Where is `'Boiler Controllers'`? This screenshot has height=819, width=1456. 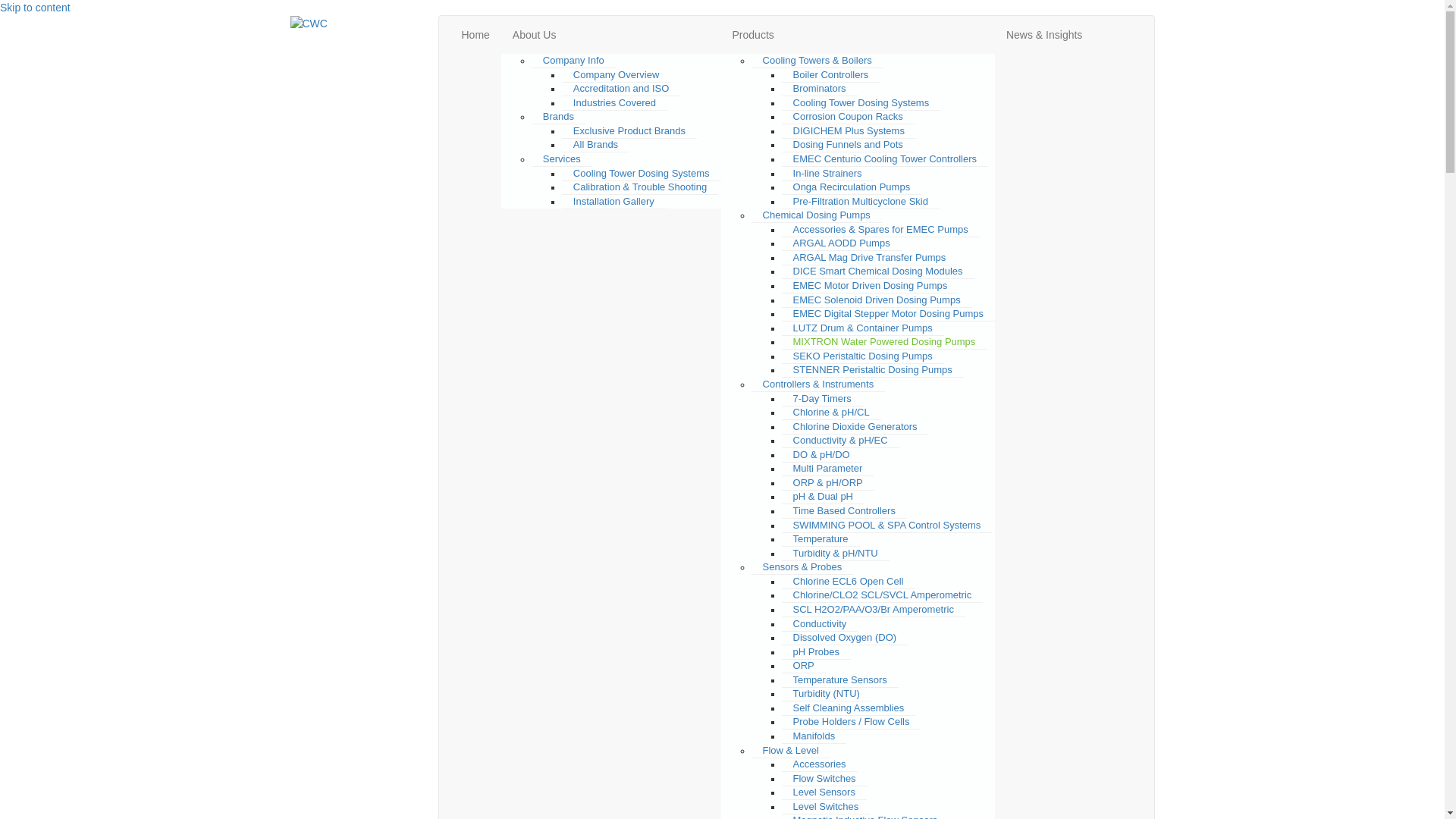
'Boiler Controllers' is located at coordinates (830, 75).